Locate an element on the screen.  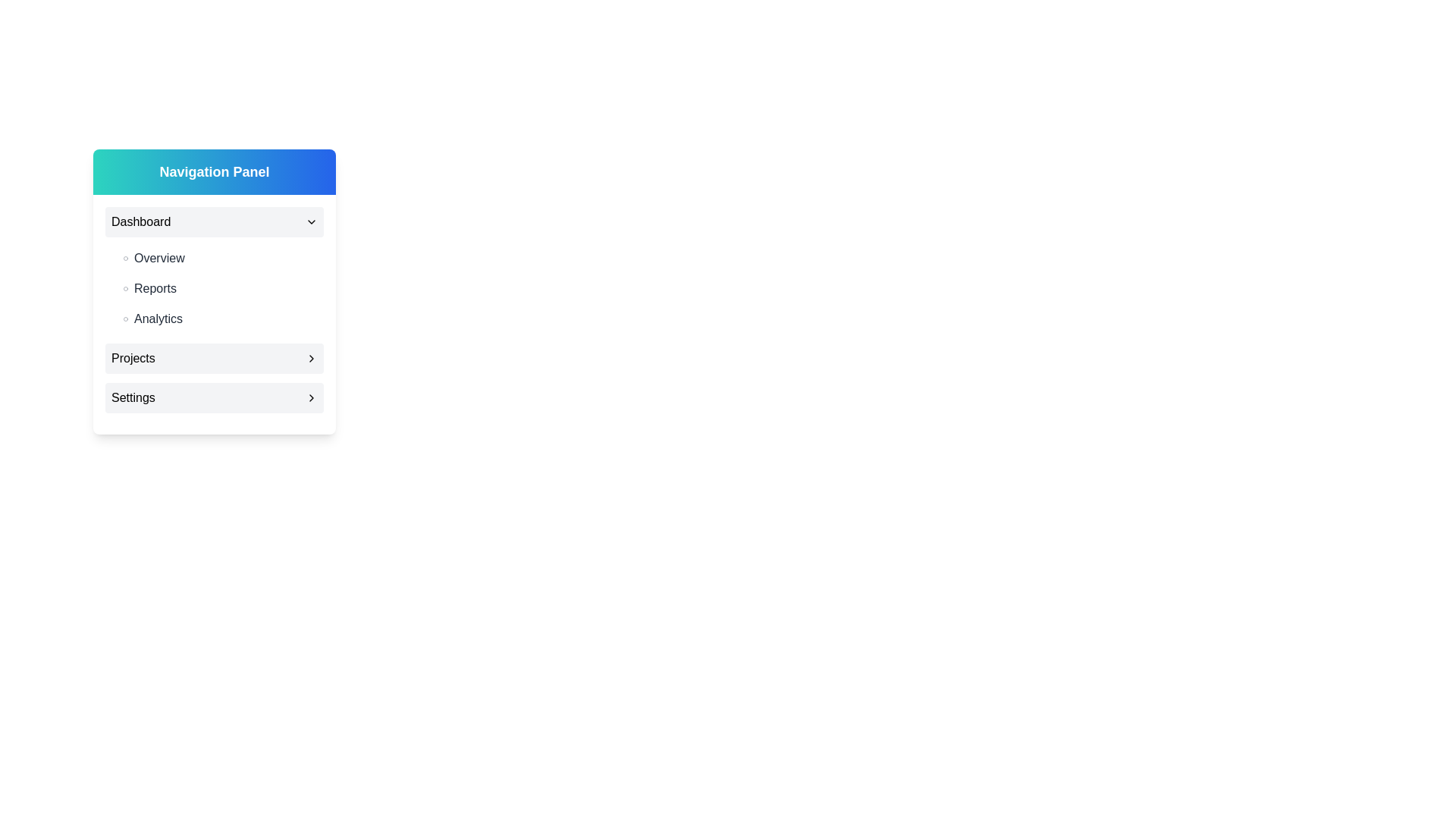
the 'Reports' text label in the Dashboard dropdown of the left-side navigation bar is located at coordinates (155, 289).